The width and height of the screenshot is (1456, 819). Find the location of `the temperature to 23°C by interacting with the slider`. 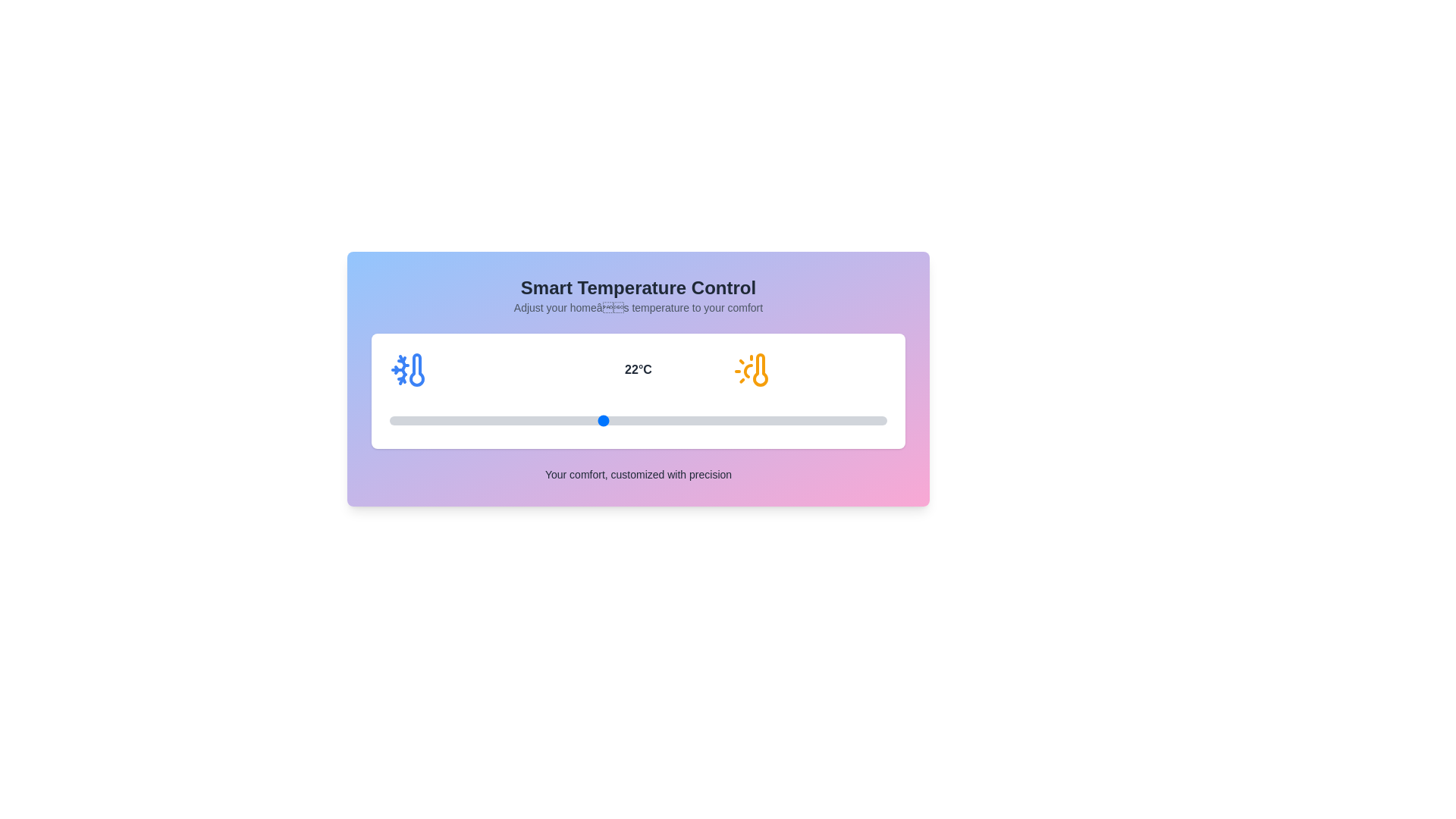

the temperature to 23°C by interacting with the slider is located at coordinates (638, 421).